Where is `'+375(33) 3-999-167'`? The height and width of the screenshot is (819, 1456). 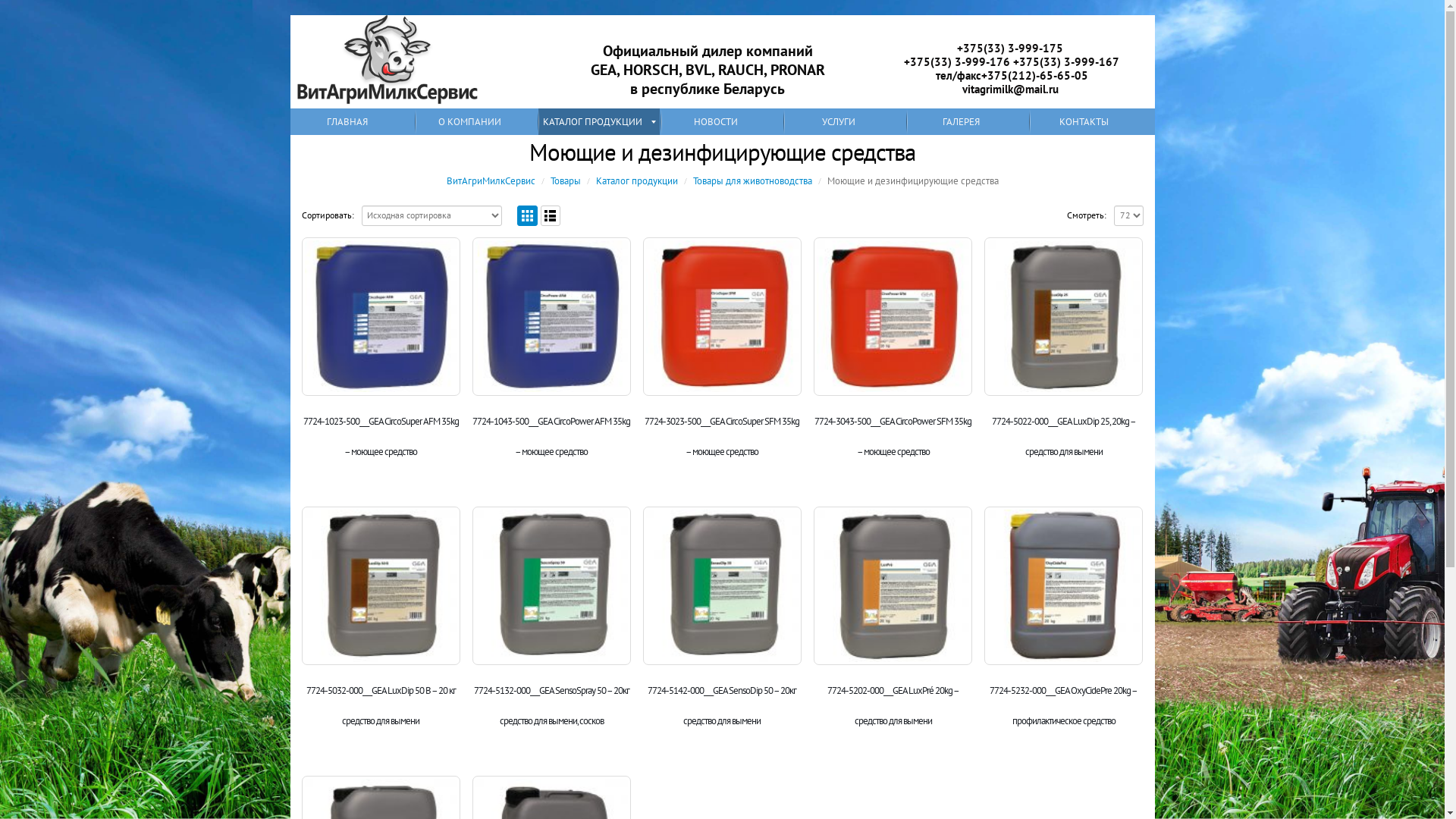 '+375(33) 3-999-167' is located at coordinates (1065, 61).